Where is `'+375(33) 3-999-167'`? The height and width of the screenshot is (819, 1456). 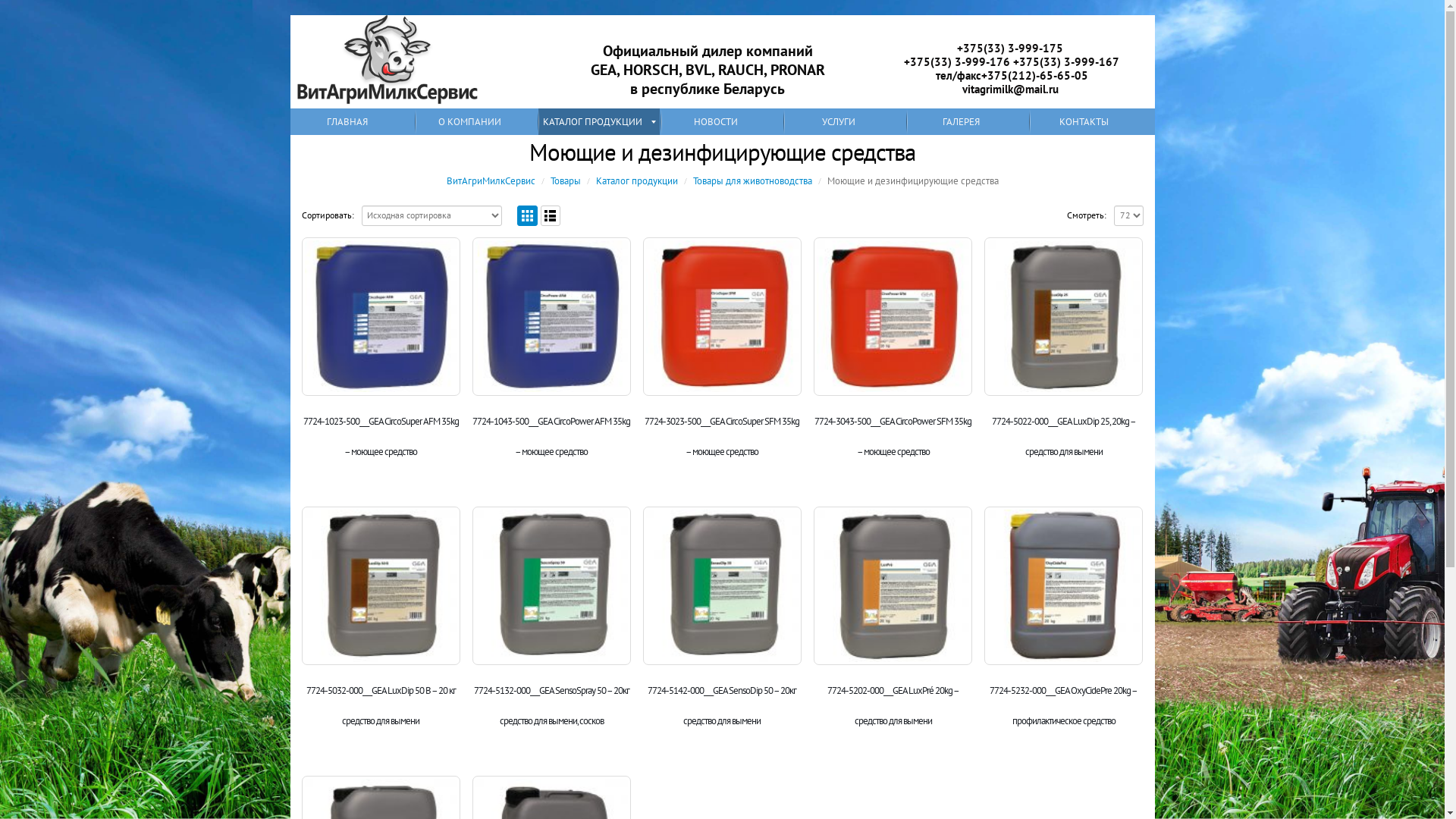 '+375(33) 3-999-167' is located at coordinates (1065, 61).